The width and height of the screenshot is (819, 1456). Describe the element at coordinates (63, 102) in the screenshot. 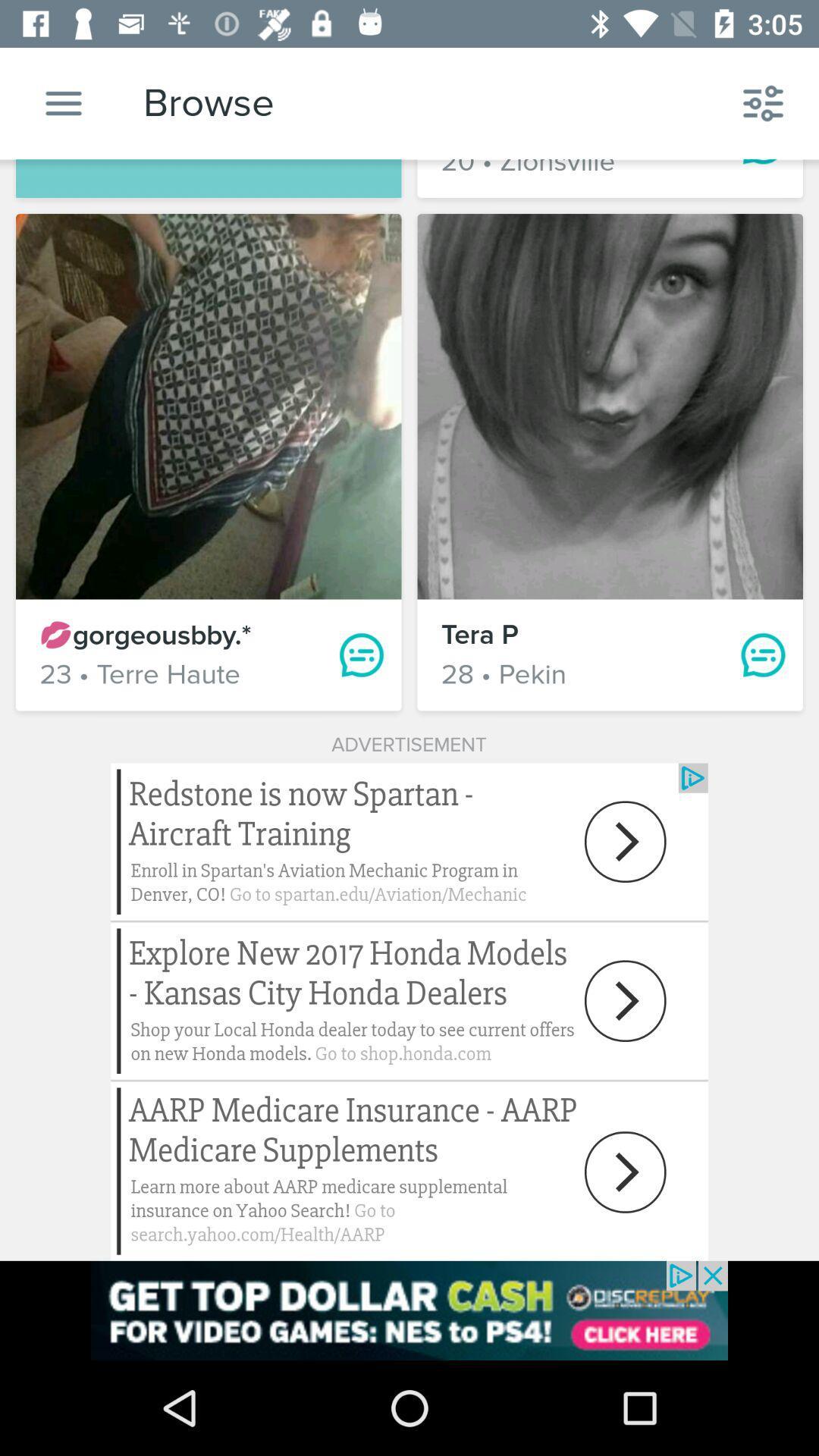

I see `search` at that location.